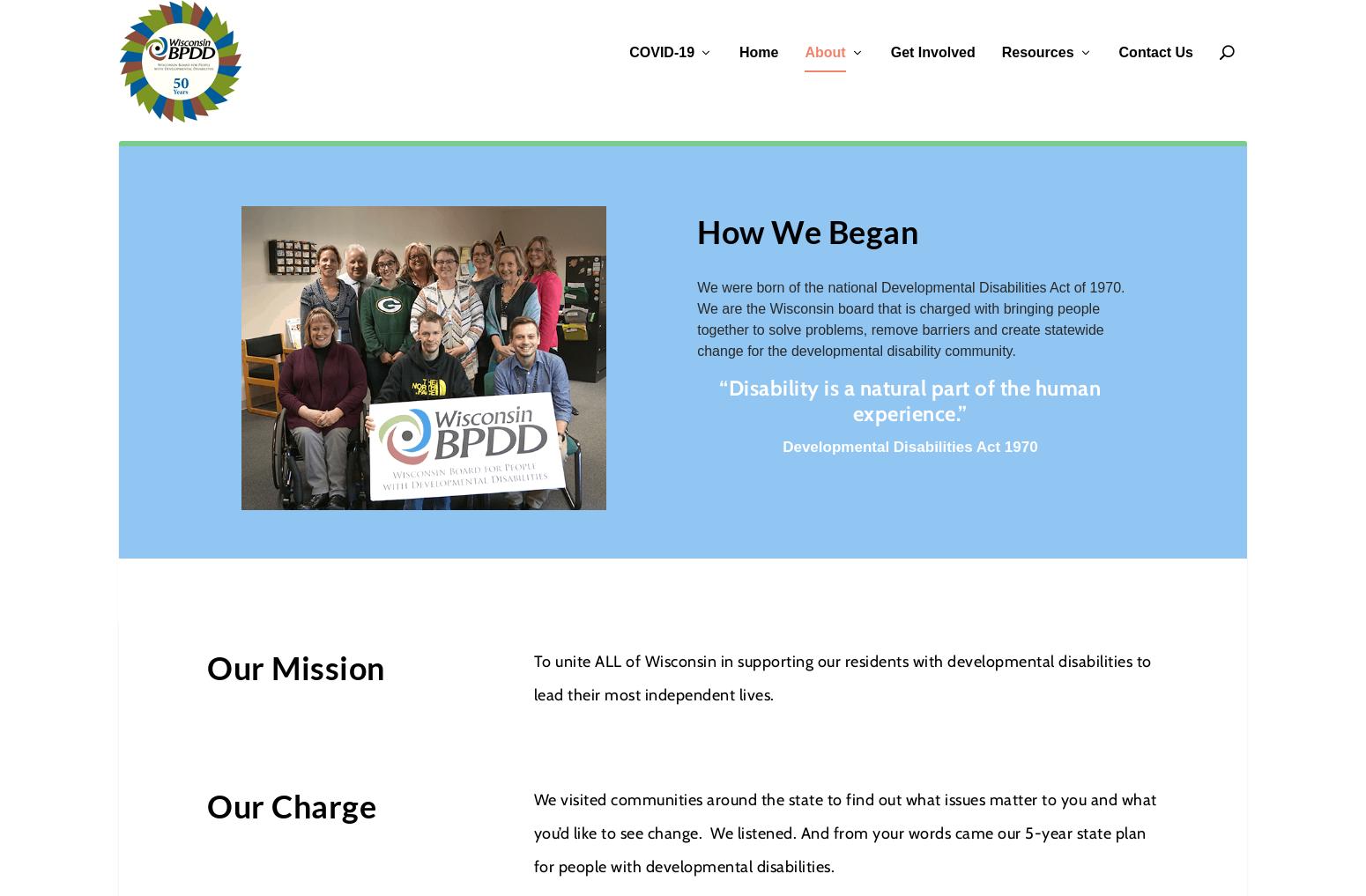 The width and height of the screenshot is (1366, 896). What do you see at coordinates (824, 52) in the screenshot?
I see `'About'` at bounding box center [824, 52].